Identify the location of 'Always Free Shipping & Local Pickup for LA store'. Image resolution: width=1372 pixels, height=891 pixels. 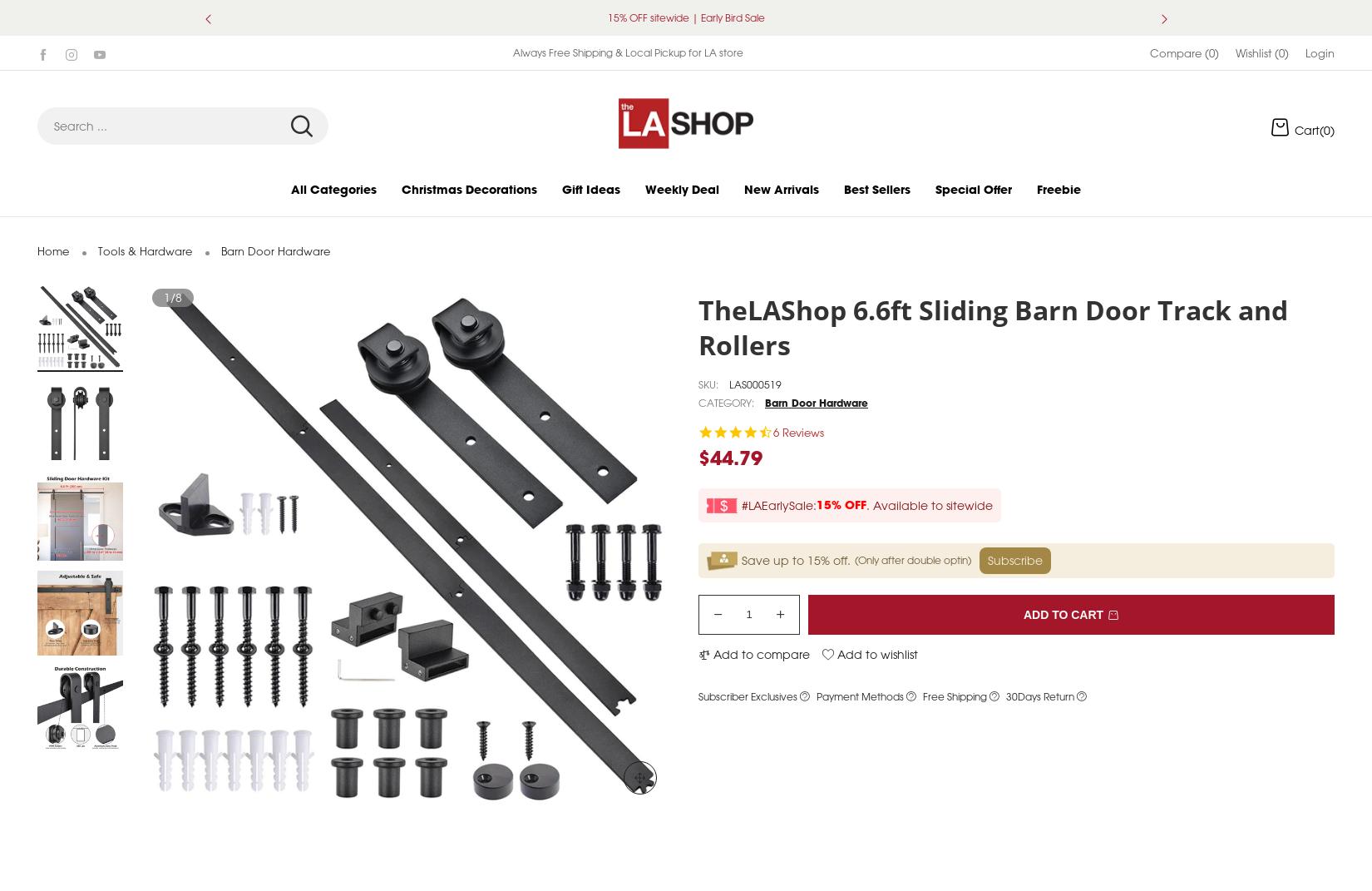
(626, 71).